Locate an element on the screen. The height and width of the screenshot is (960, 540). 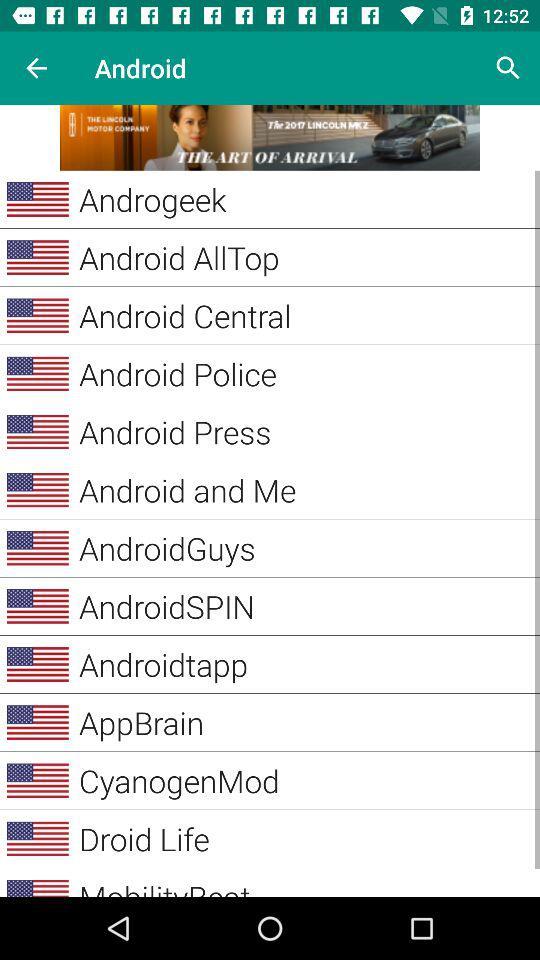
menu finder is located at coordinates (270, 136).